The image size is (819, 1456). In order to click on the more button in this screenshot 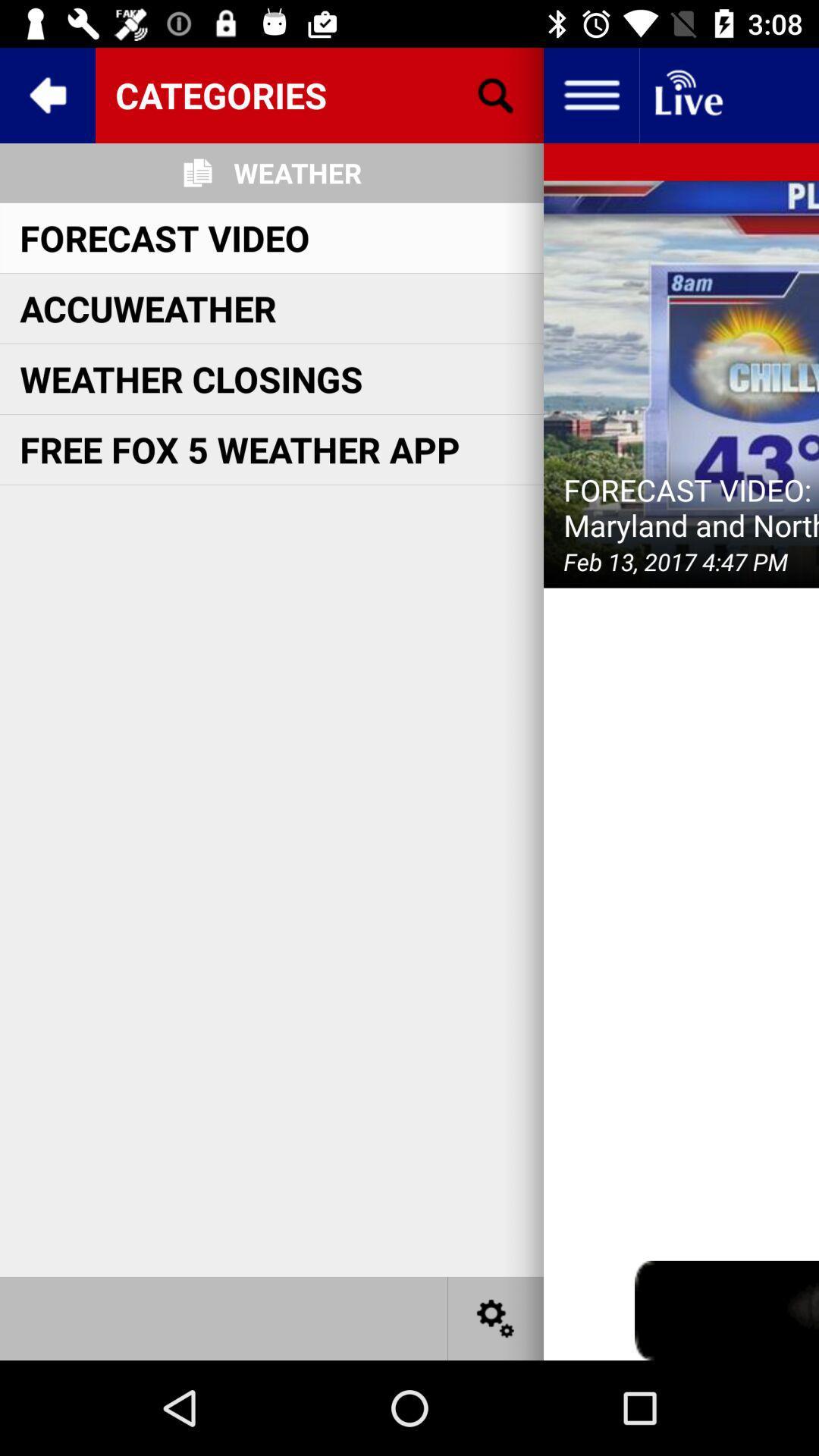, I will do `click(590, 94)`.